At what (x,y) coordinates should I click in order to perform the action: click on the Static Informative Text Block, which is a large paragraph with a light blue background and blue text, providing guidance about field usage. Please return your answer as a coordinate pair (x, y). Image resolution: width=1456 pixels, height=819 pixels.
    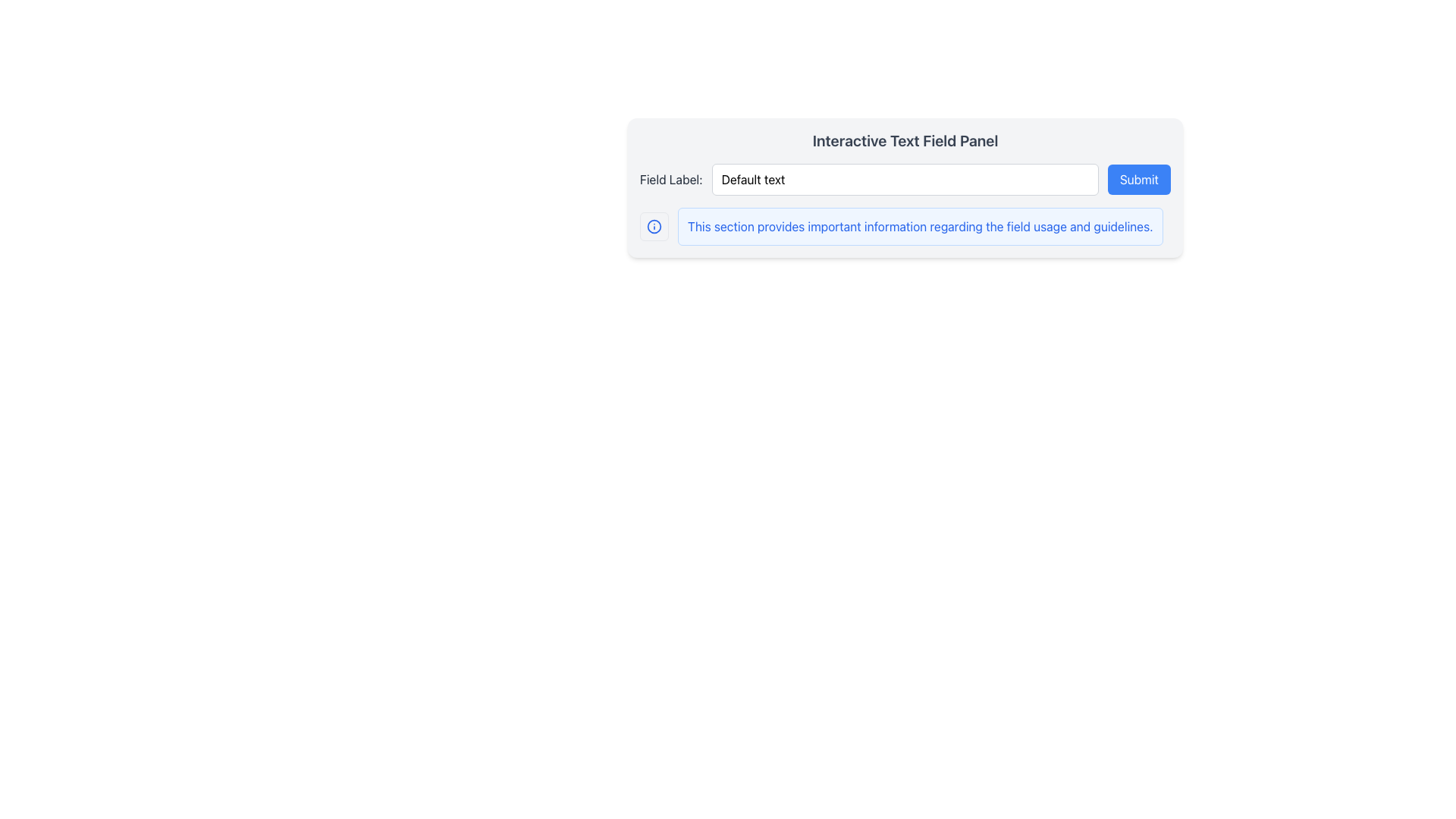
    Looking at the image, I should click on (919, 227).